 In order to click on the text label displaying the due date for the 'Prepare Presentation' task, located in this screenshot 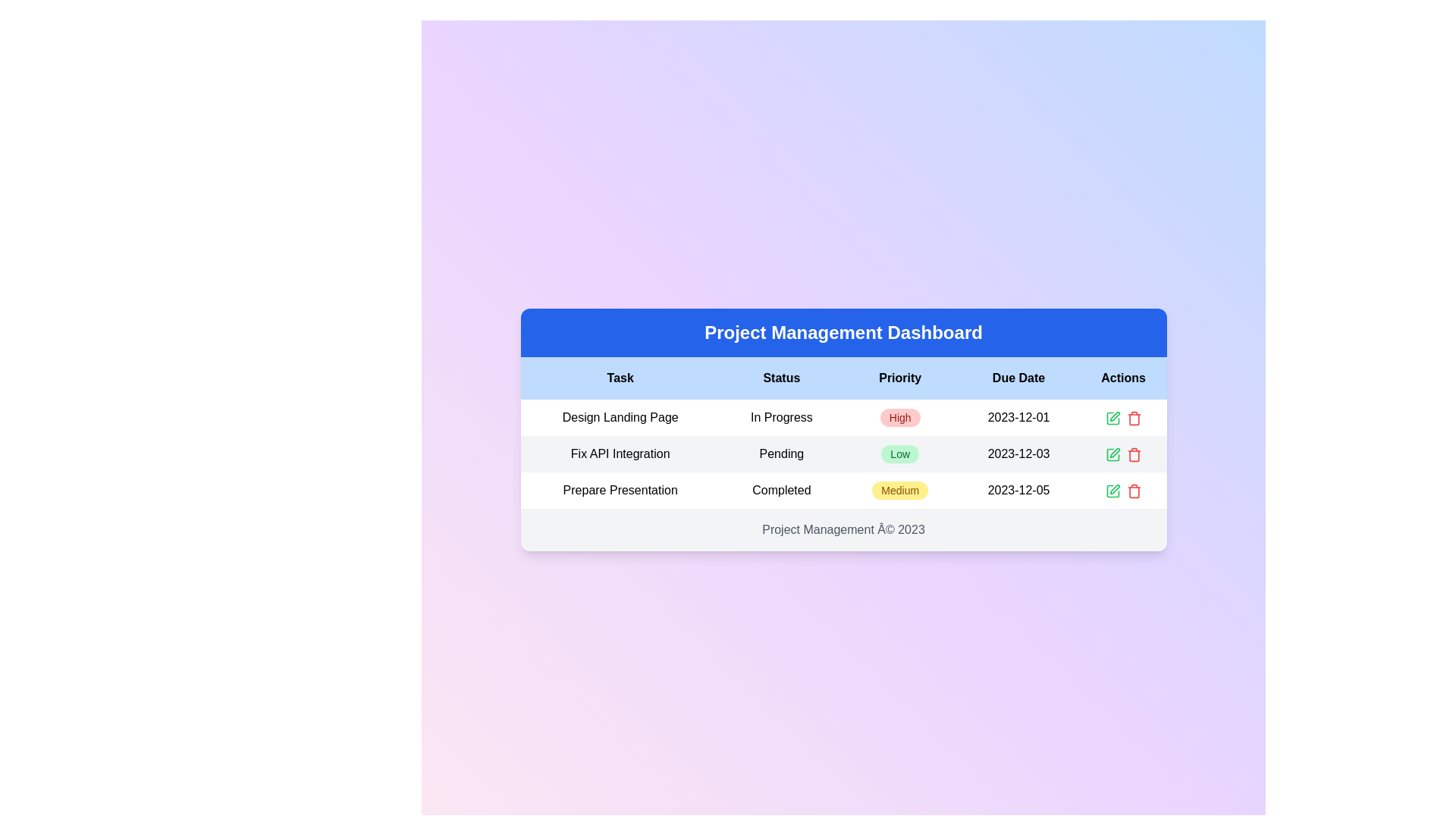, I will do `click(1018, 491)`.